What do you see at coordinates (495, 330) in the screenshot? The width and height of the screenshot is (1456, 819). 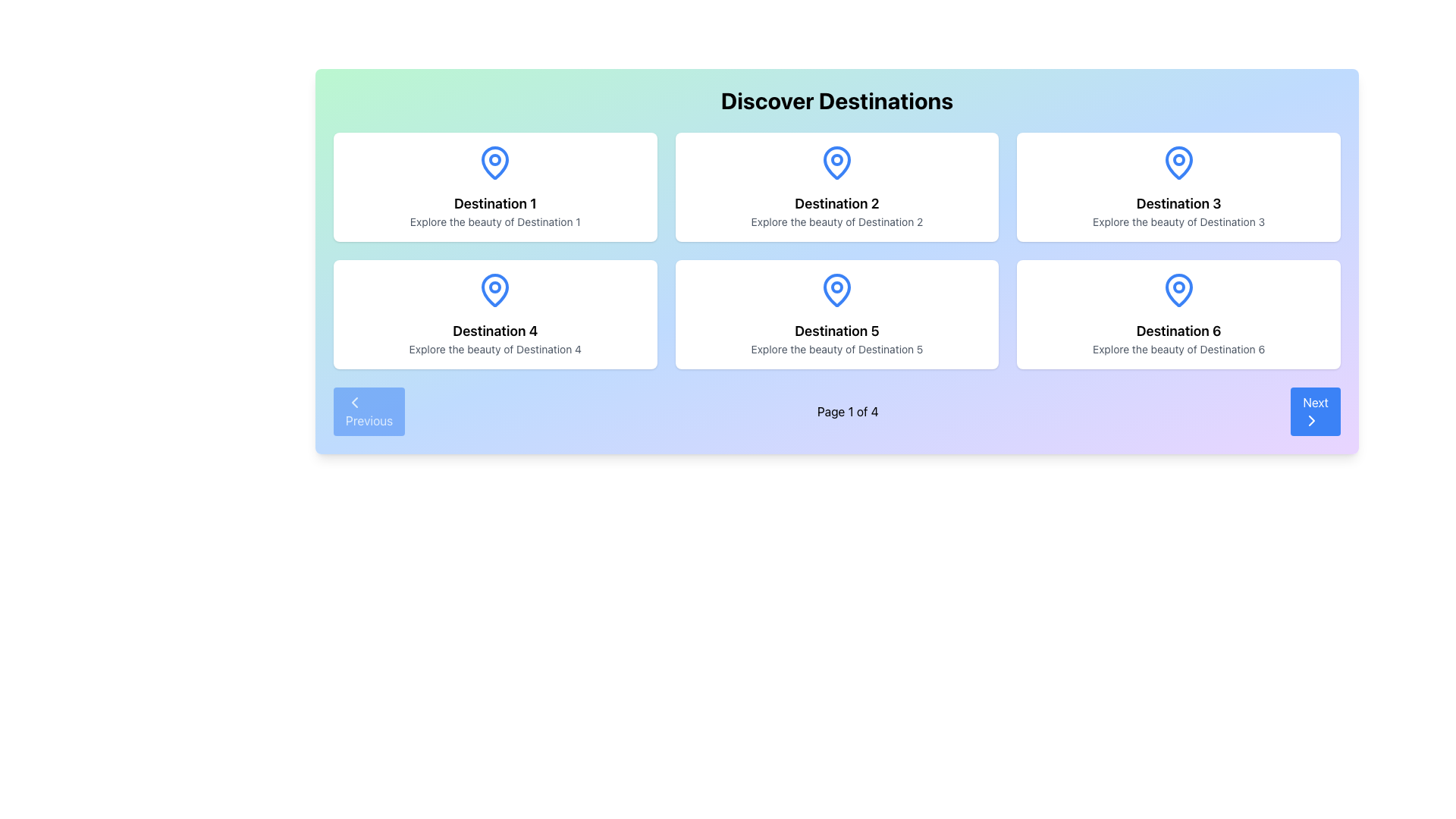 I see `text element displaying 'Destination 4', which is a bold, large-sized headline located in the second row, first column of the grid` at bounding box center [495, 330].